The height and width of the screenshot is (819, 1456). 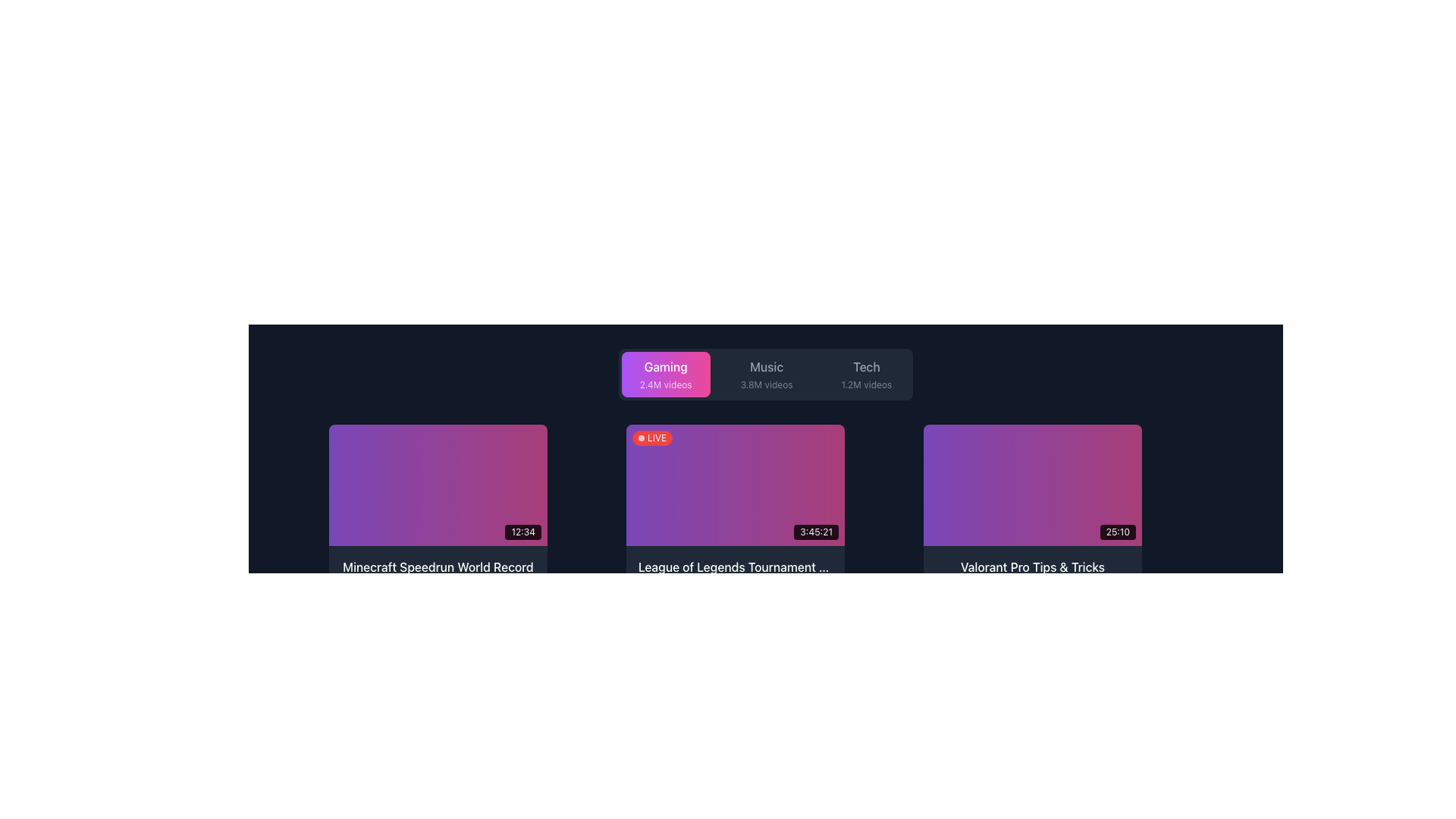 I want to click on the text label displaying 'Minecraft Speedrun World Record', which is styled in white with medium font weight and is located beneath the vibrant gradient thumbnail in the first thumbnail of a horizontal video gallery, so click(x=437, y=567).